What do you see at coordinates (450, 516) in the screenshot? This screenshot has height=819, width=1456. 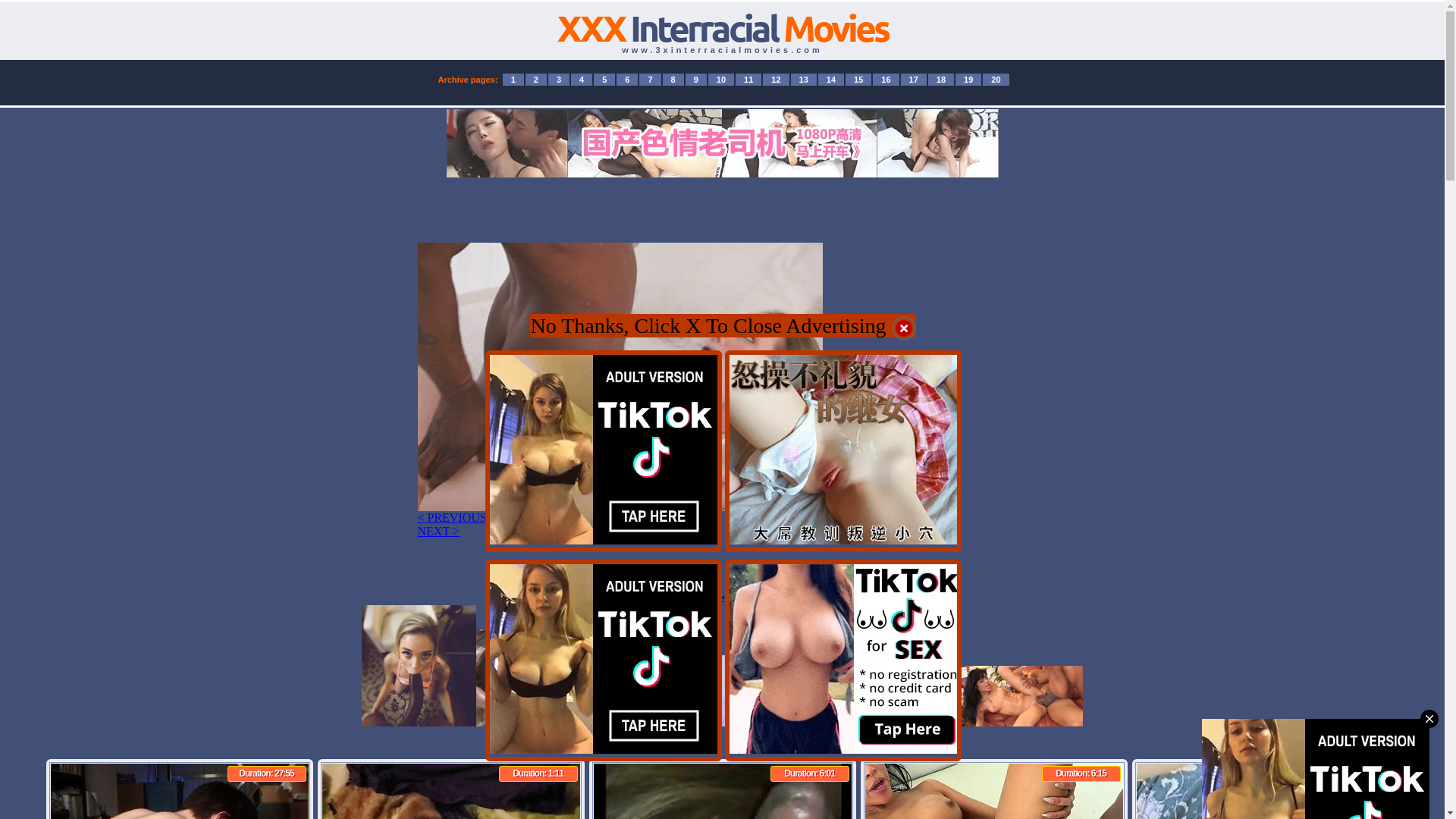 I see `'< PREVIOUS'` at bounding box center [450, 516].